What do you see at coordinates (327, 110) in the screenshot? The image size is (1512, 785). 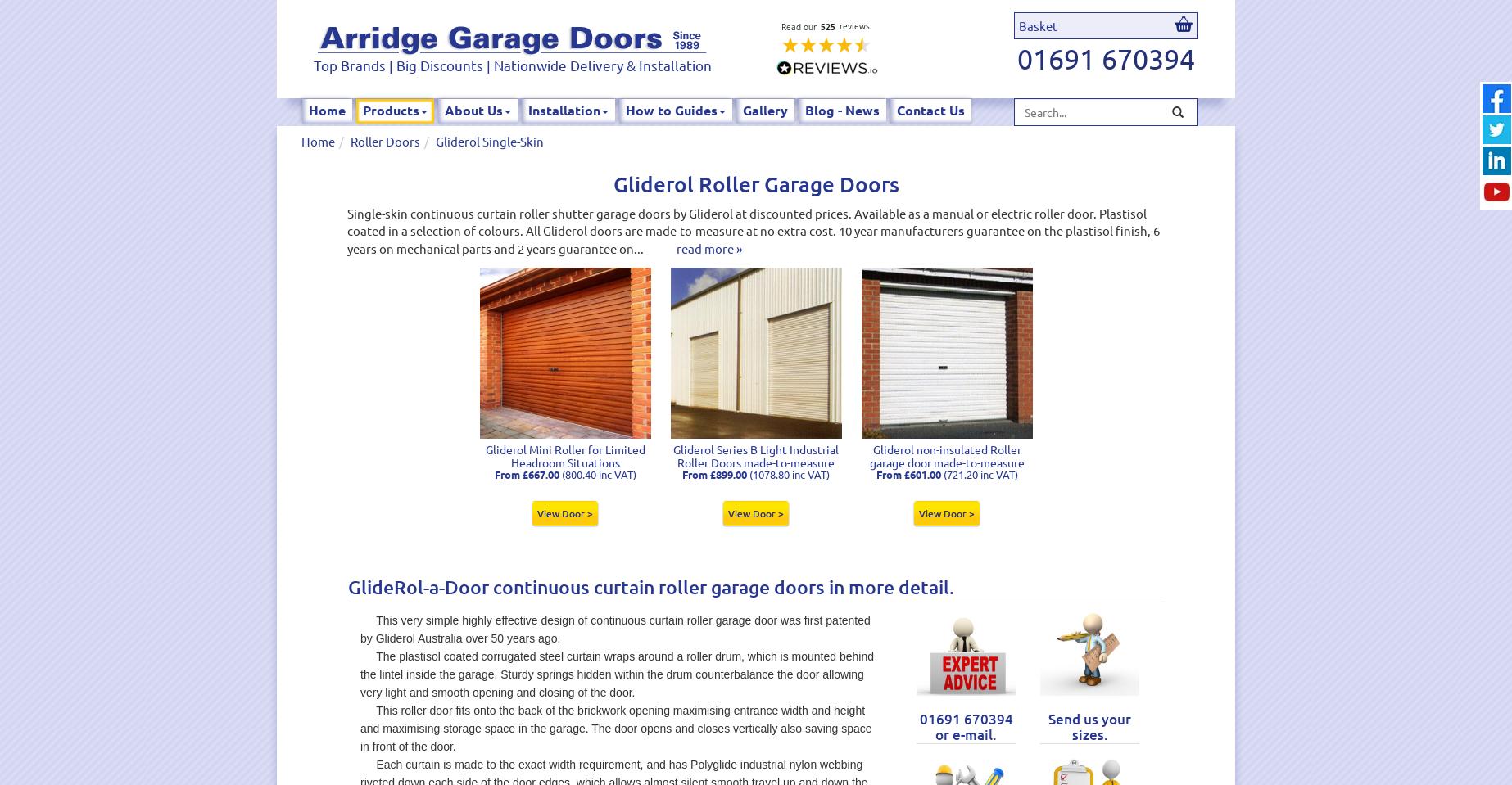 I see `'Home'` at bounding box center [327, 110].